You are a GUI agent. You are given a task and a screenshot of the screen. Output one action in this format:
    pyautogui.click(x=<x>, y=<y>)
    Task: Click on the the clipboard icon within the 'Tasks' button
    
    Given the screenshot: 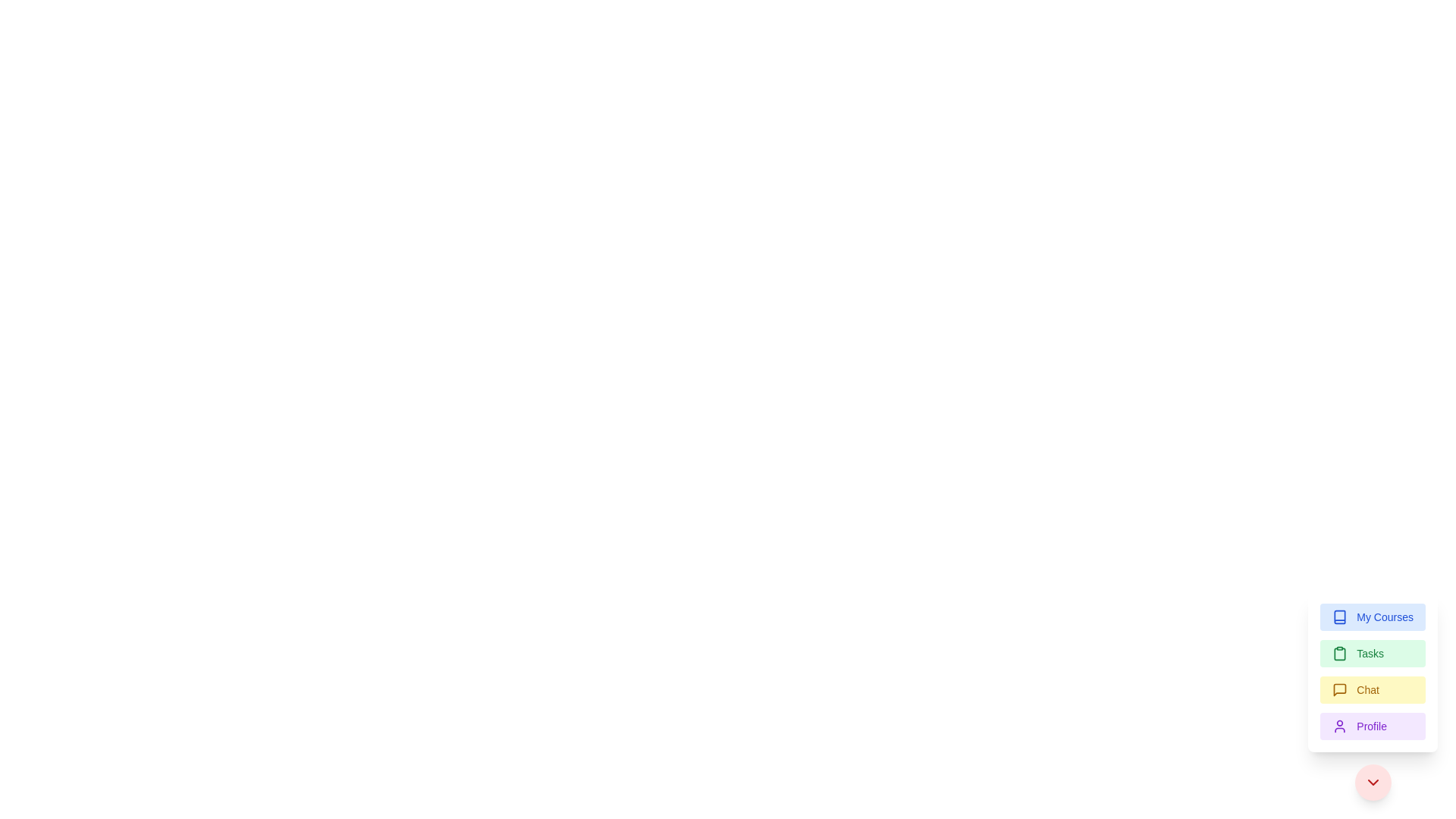 What is the action you would take?
    pyautogui.click(x=1340, y=652)
    